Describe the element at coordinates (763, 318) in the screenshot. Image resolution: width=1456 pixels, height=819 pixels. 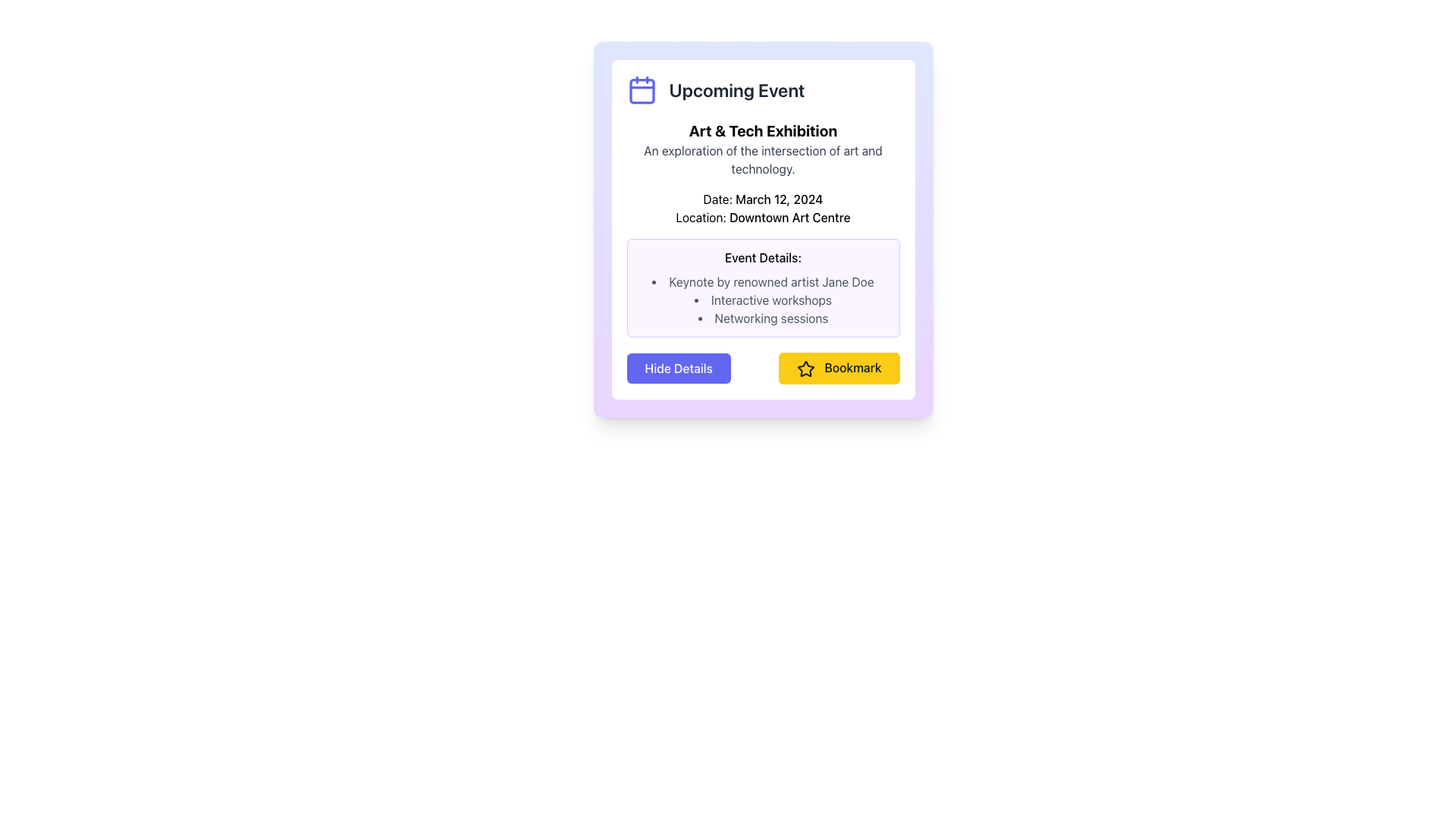
I see `text item labeled 'Networking sessions,' which is the third item in the bulleted list under the 'Event Details' section` at that location.